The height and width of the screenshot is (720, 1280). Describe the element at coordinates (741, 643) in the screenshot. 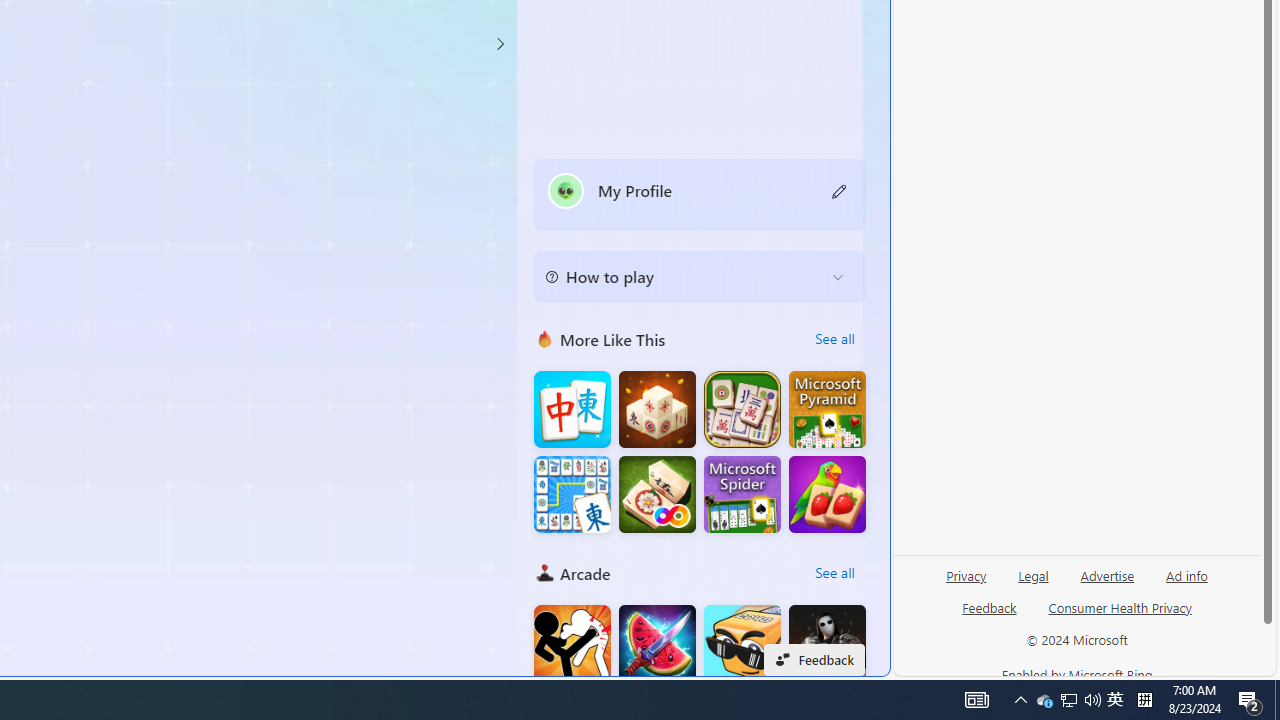

I see `'Cubes2048'` at that location.